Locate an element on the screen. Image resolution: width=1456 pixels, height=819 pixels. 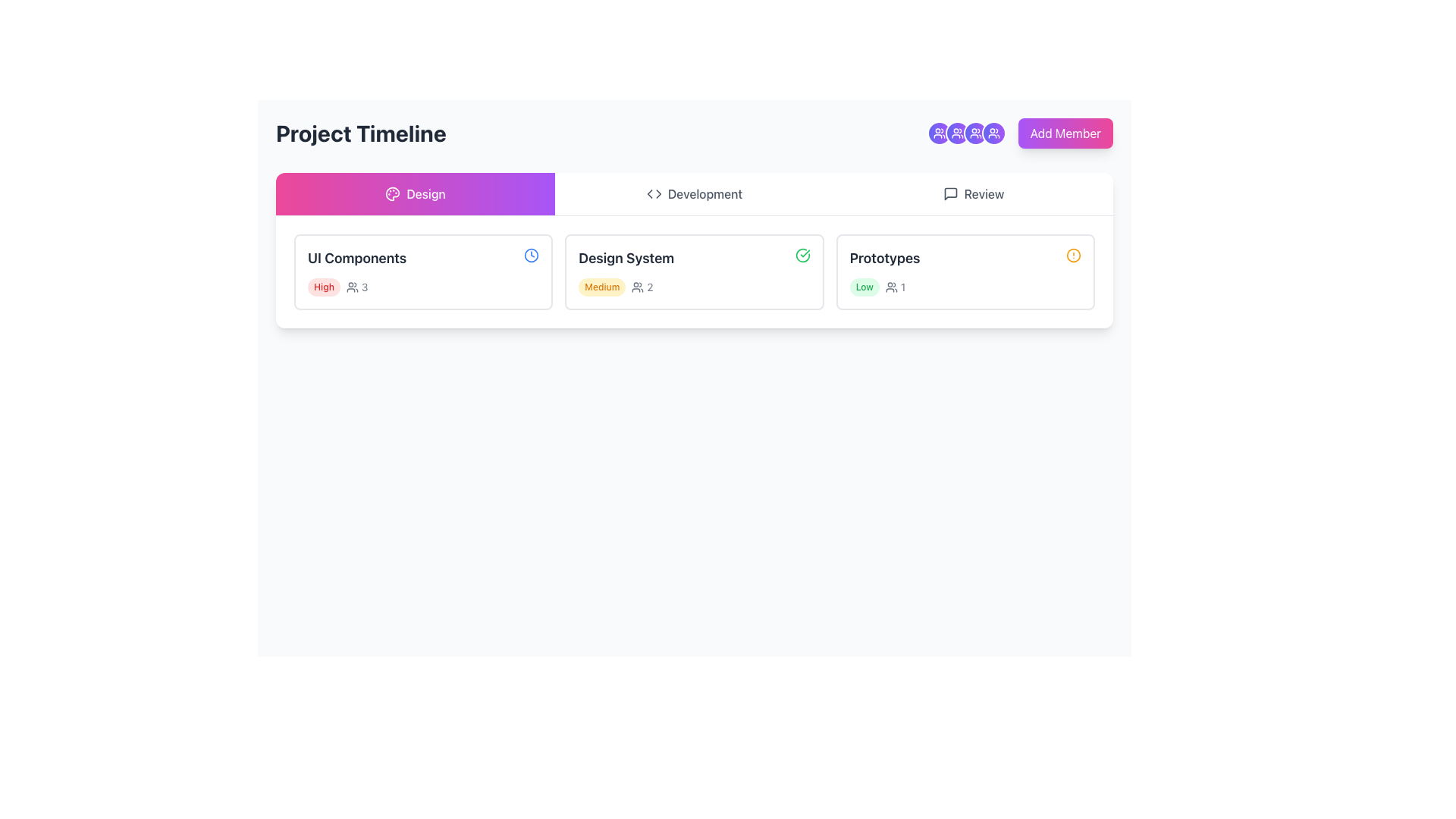
the informational cluster that provides details about the 'Prototypes' section, including priority and related metrics is located at coordinates (964, 287).